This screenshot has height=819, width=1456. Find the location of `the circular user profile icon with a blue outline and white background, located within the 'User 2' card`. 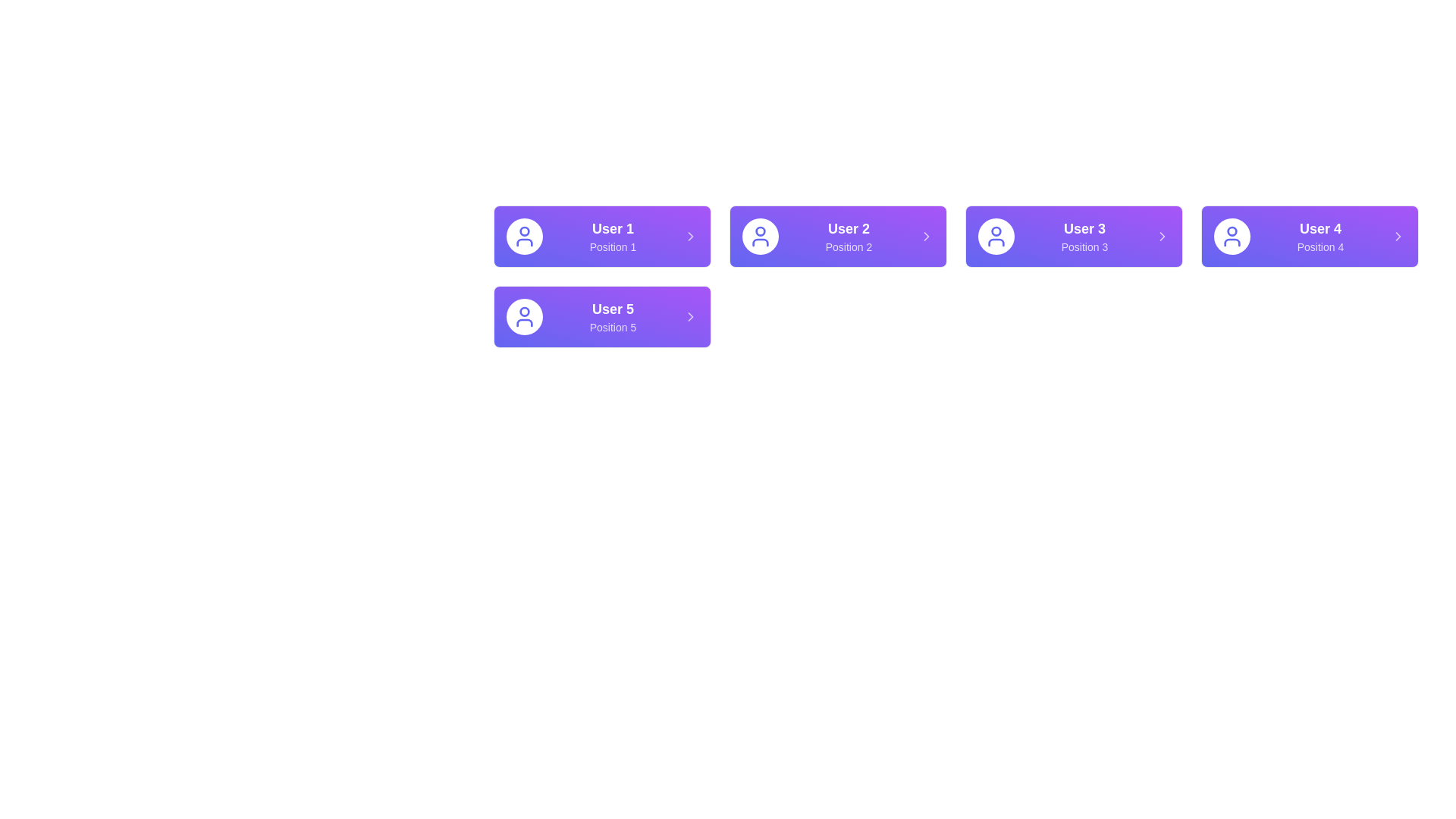

the circular user profile icon with a blue outline and white background, located within the 'User 2' card is located at coordinates (761, 237).